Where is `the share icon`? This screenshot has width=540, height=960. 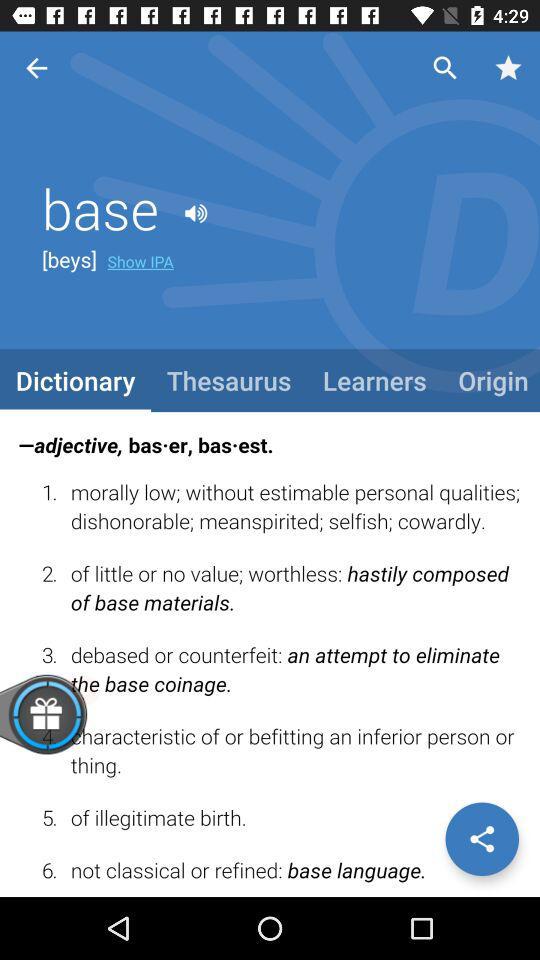 the share icon is located at coordinates (481, 839).